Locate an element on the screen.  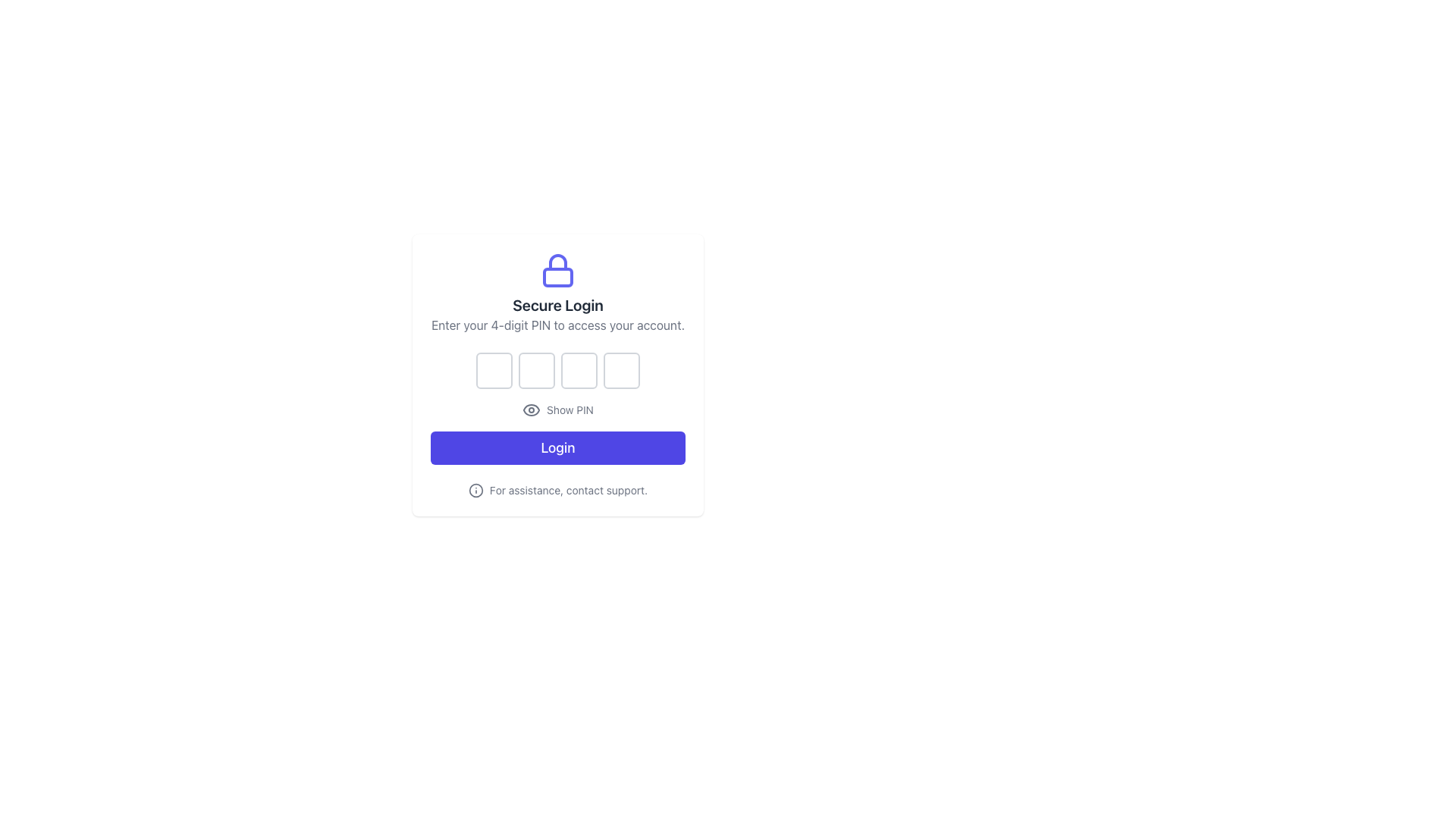
the eye-shaped toggle icon located to the left of the 'Show PIN' label is located at coordinates (532, 409).